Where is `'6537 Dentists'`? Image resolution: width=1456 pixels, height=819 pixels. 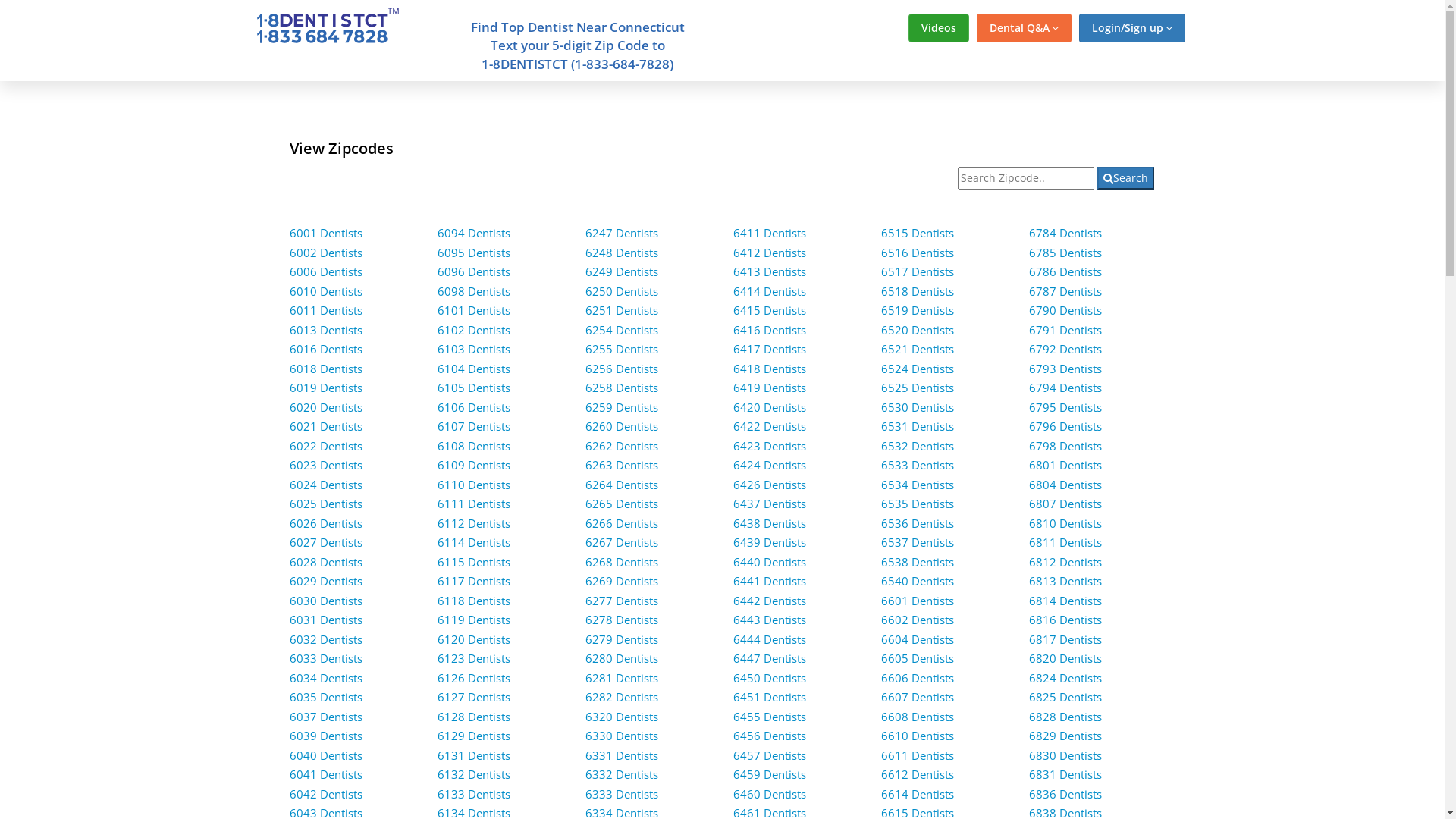
'6537 Dentists' is located at coordinates (916, 541).